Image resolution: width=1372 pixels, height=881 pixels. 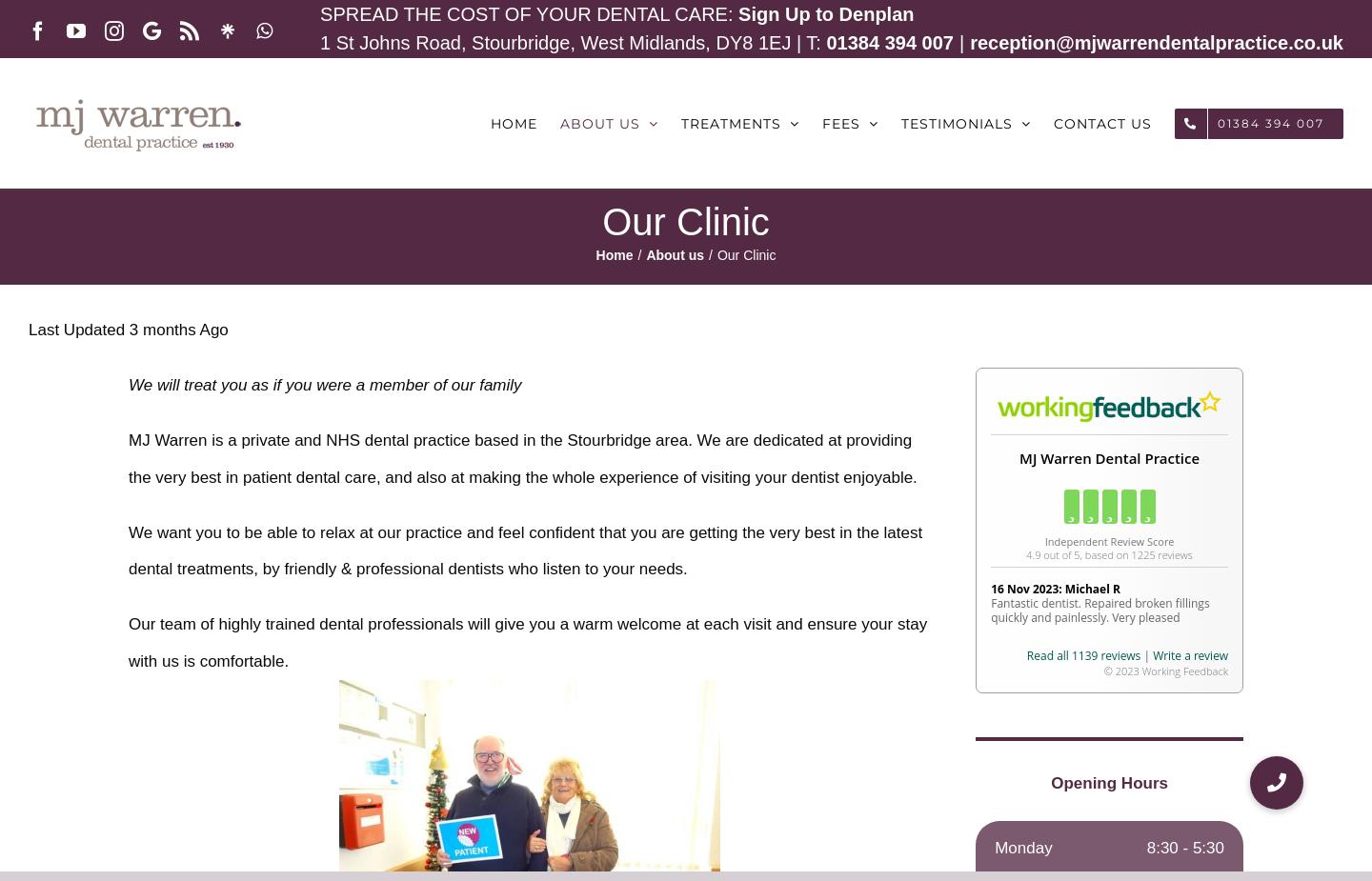 I want to click on 'reception@mjwarrendentalpractice.co.uk', so click(x=968, y=41).